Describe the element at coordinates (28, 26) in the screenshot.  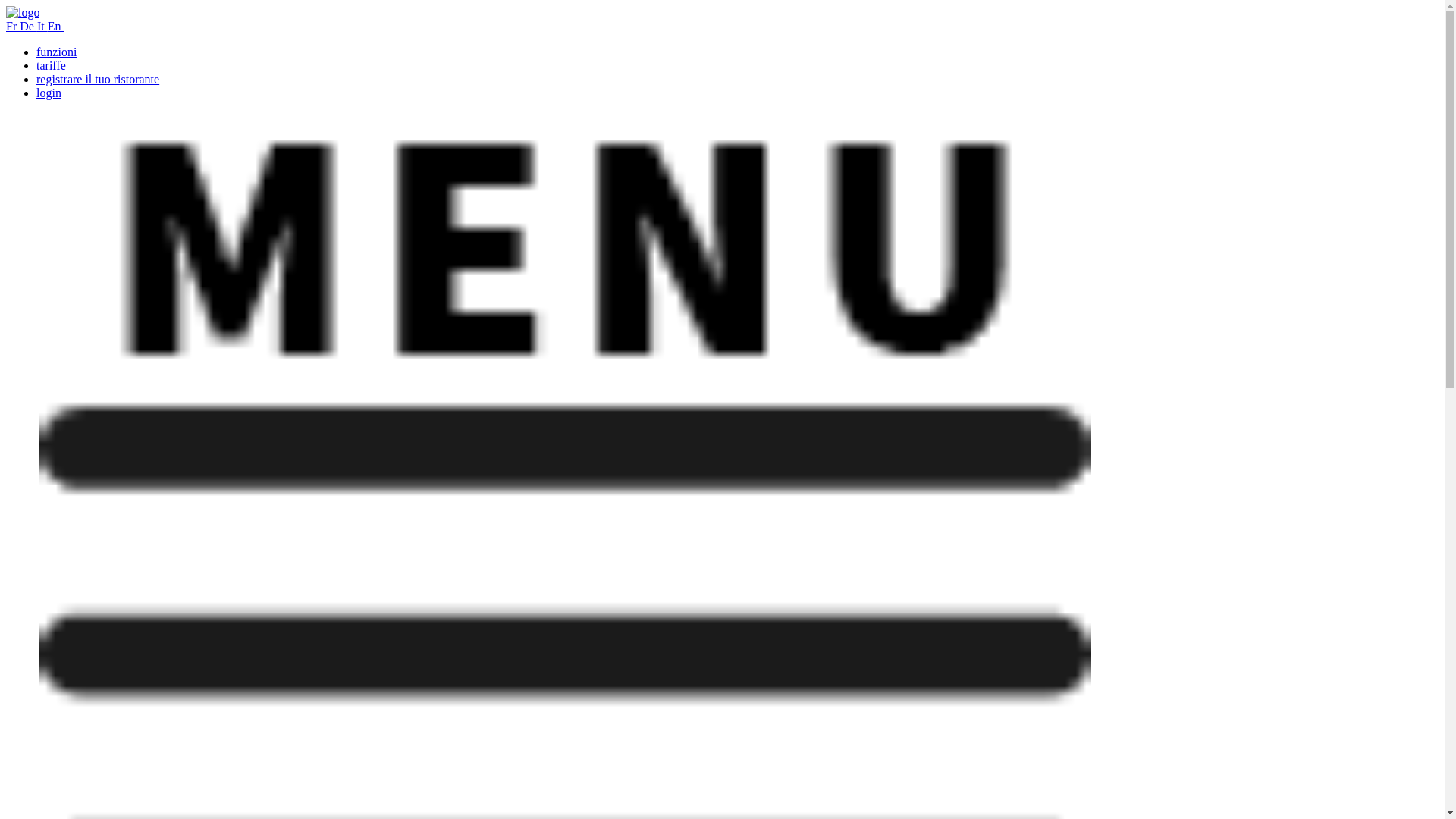
I see `'De'` at that location.